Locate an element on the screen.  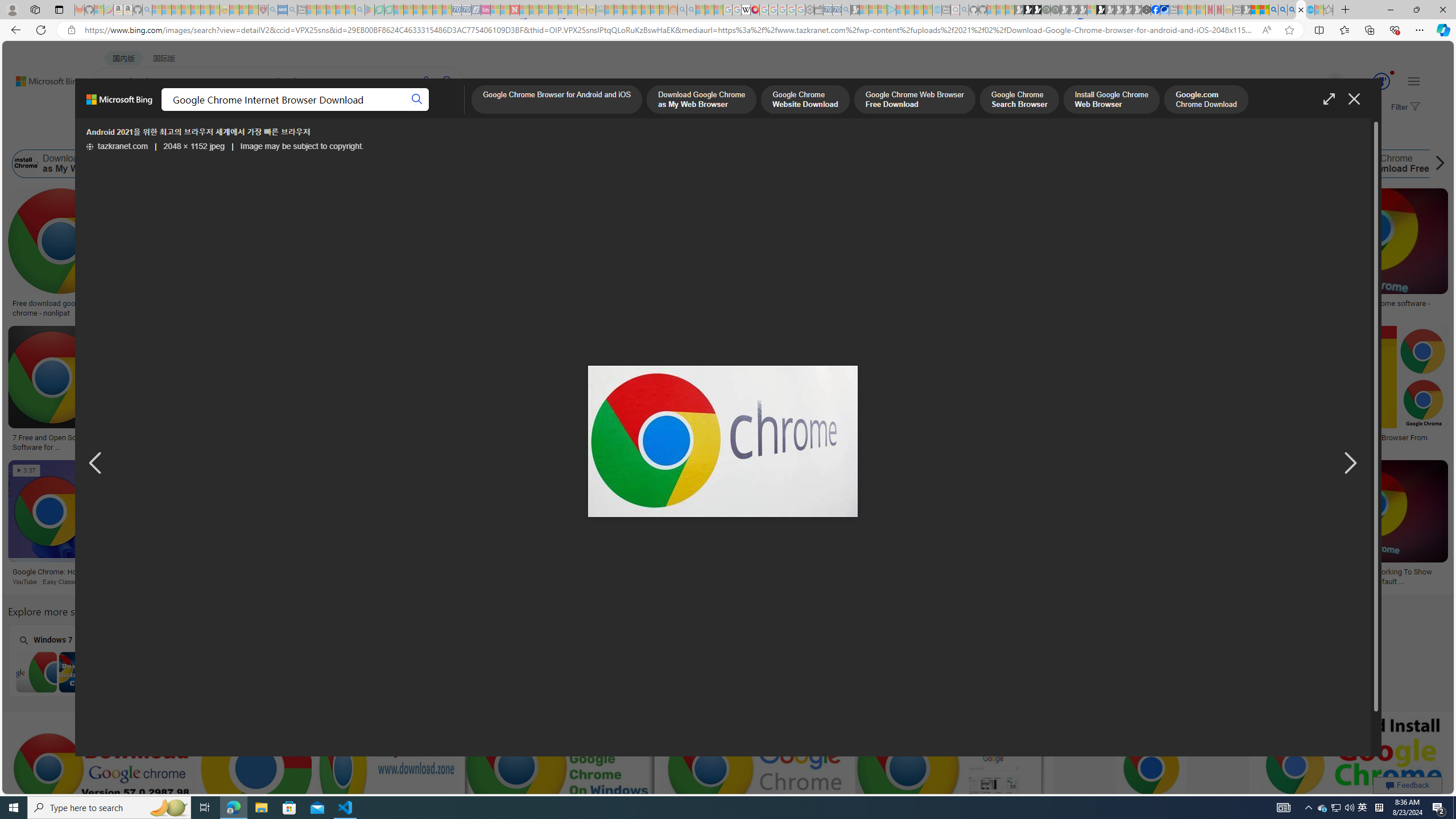
'Full screen' is located at coordinates (1328, 98).